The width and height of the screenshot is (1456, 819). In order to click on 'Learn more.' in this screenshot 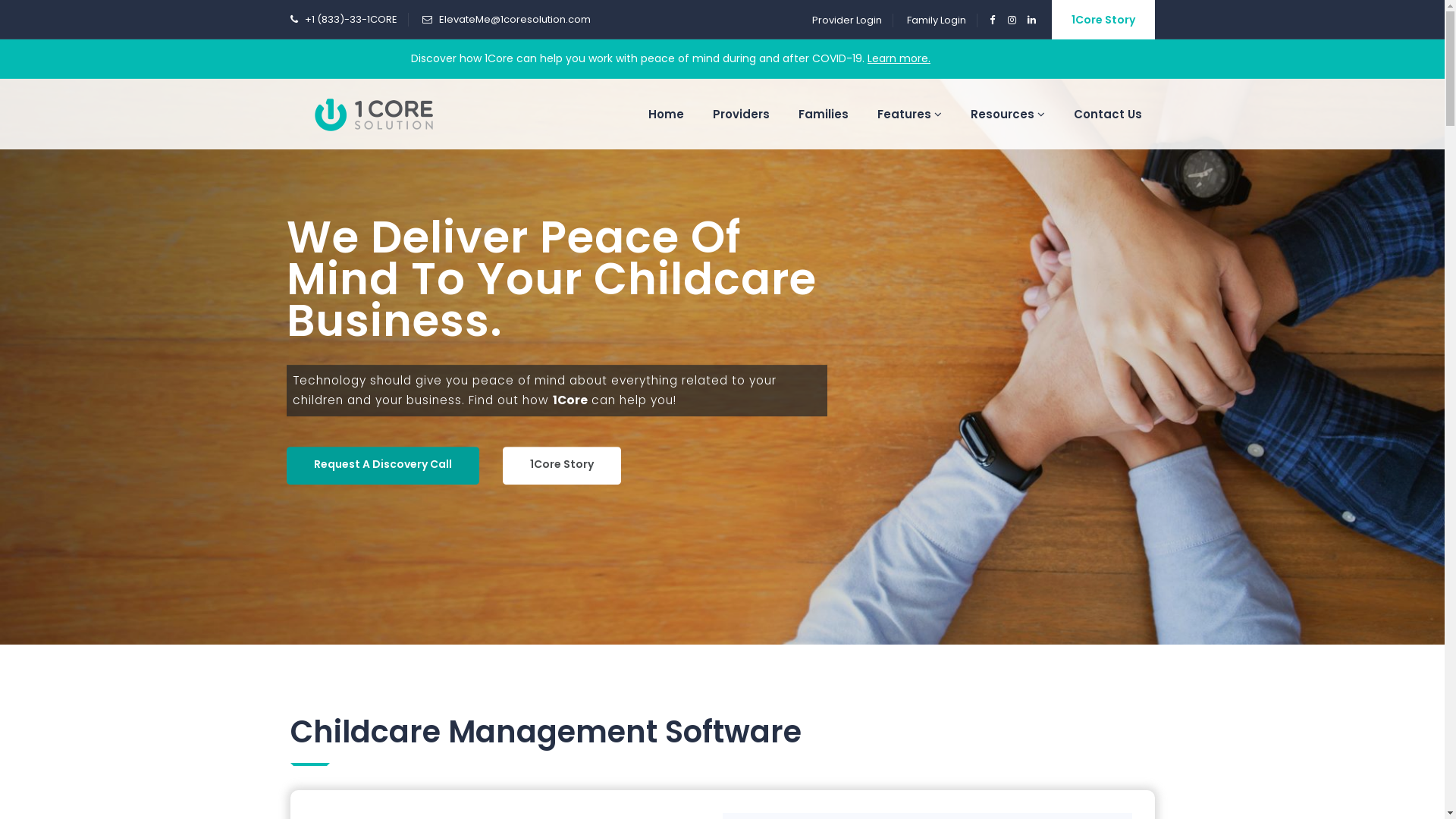, I will do `click(899, 58)`.